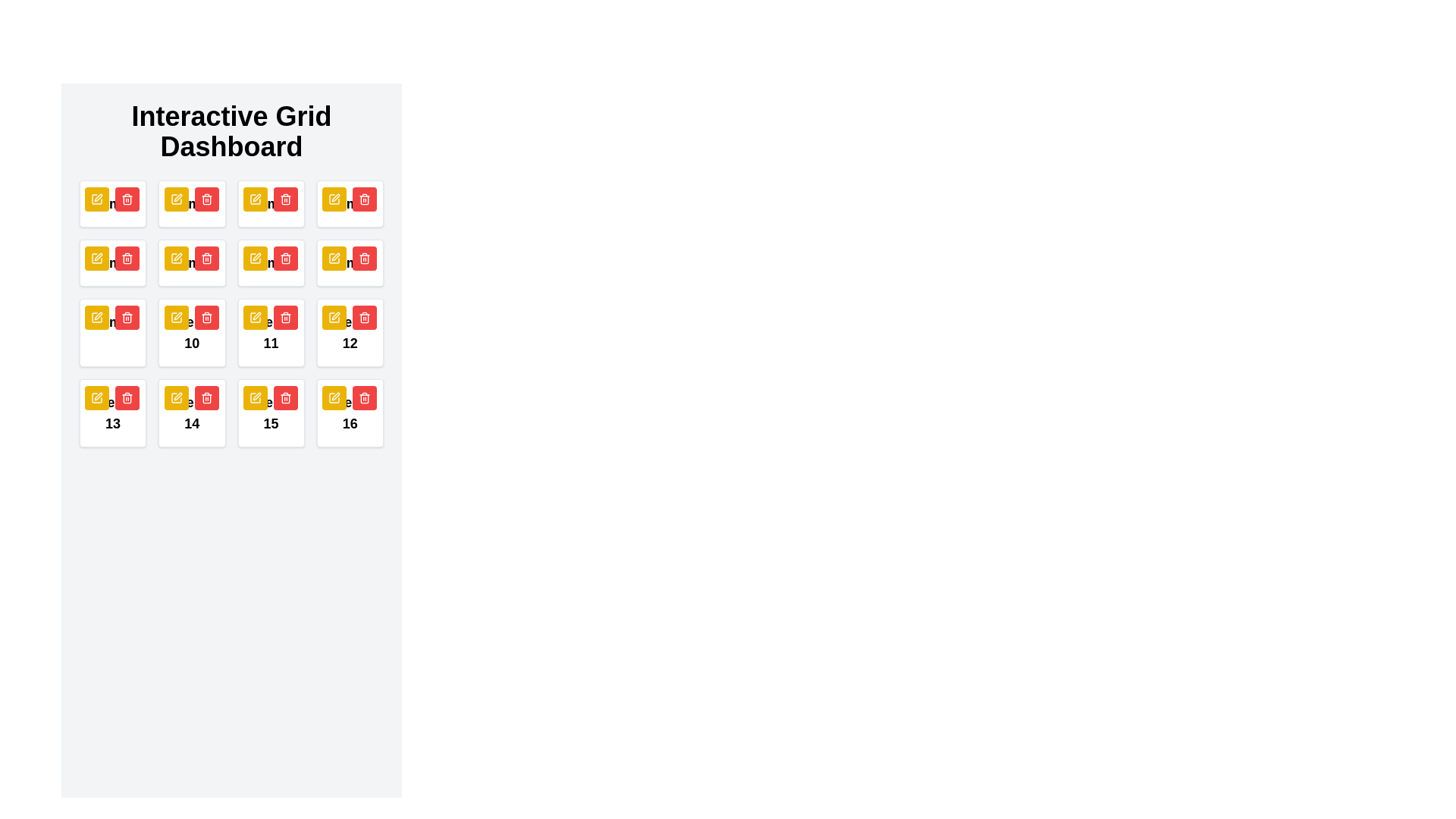  Describe the element at coordinates (111, 397) in the screenshot. I see `the left yellow button in the top-right corner of the card labeled 'Item 13'` at that location.